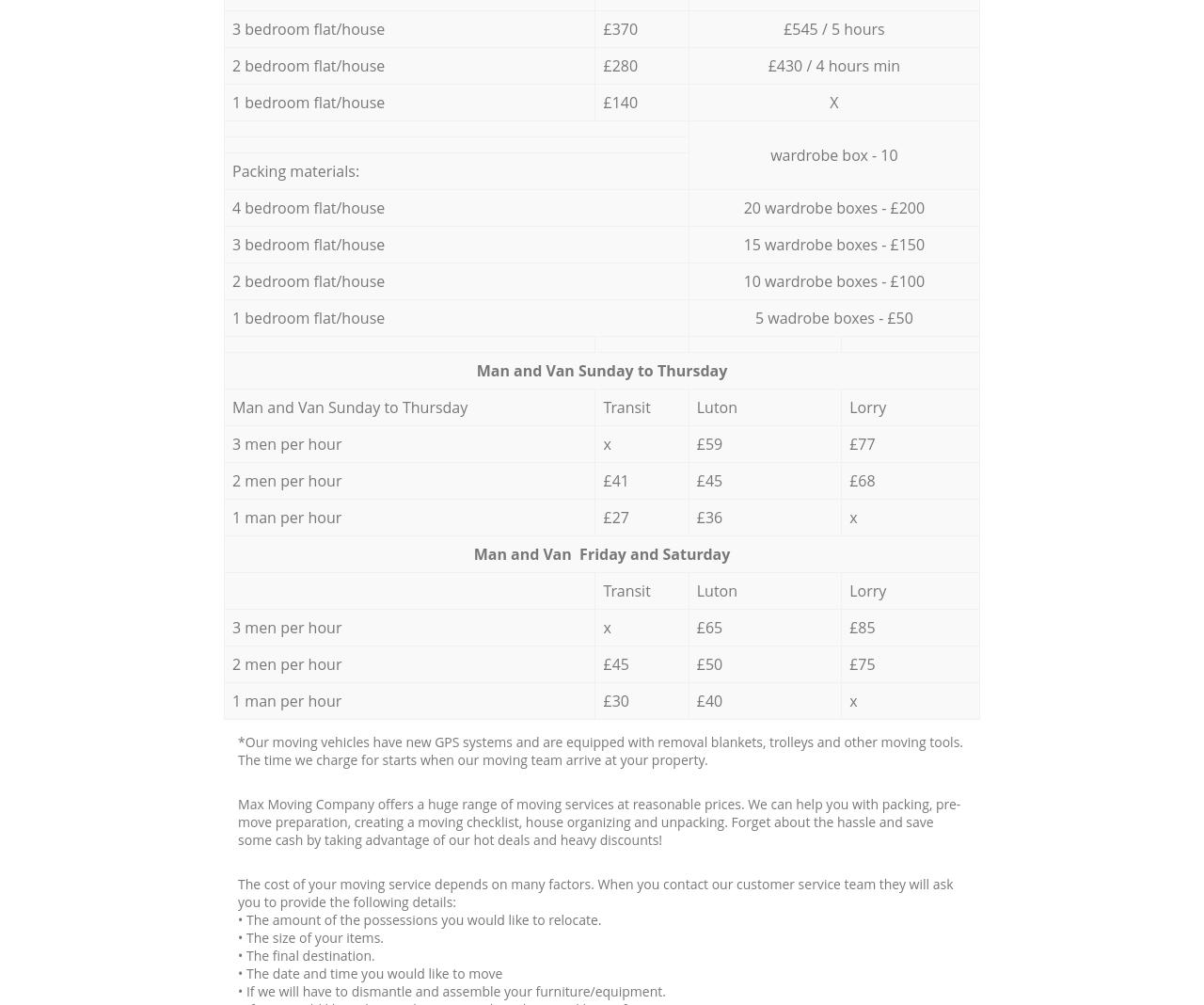 This screenshot has height=1005, width=1204. Describe the element at coordinates (615, 699) in the screenshot. I see `'£30'` at that location.